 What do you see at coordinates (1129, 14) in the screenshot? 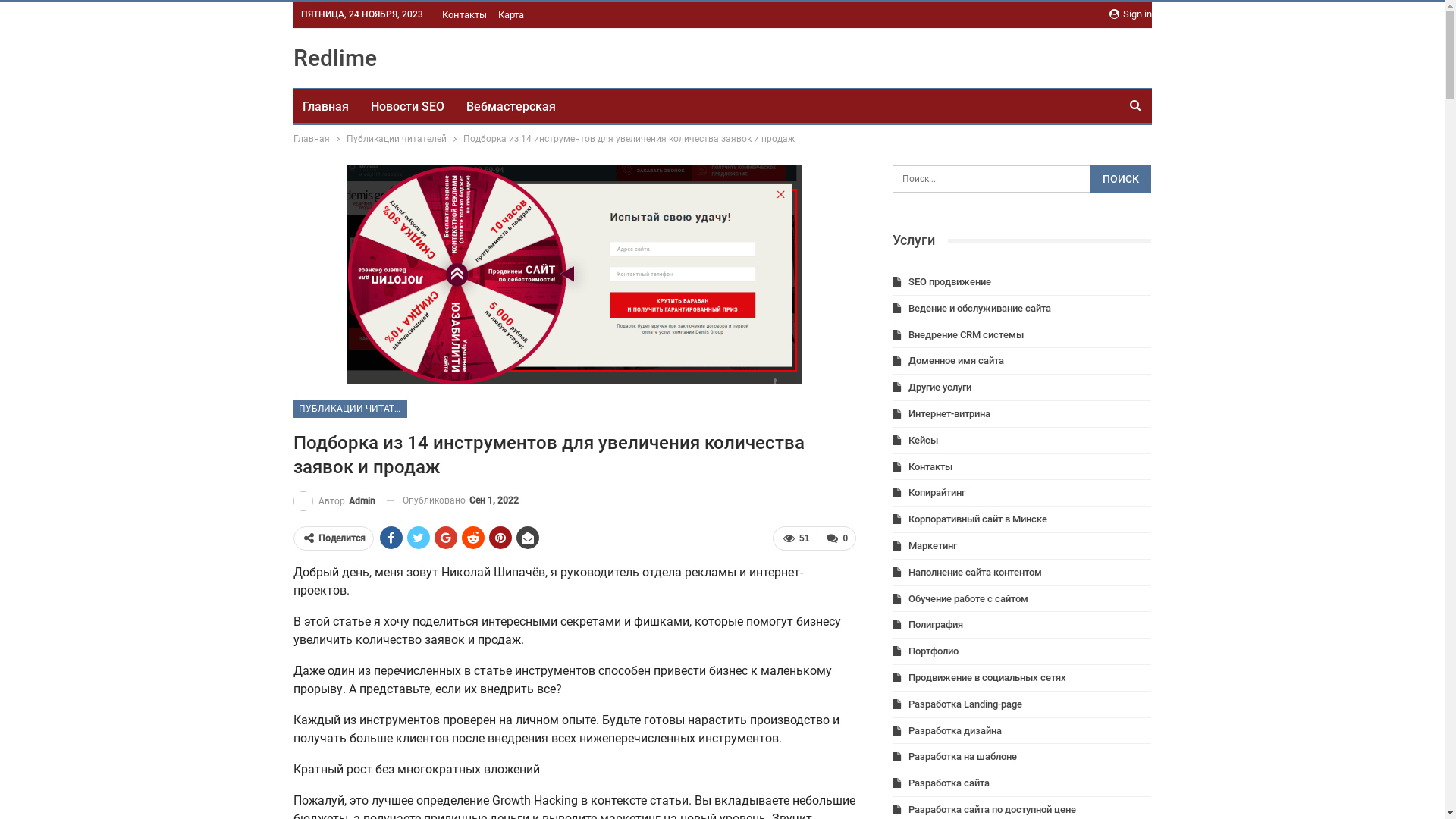
I see `'Sign in'` at bounding box center [1129, 14].